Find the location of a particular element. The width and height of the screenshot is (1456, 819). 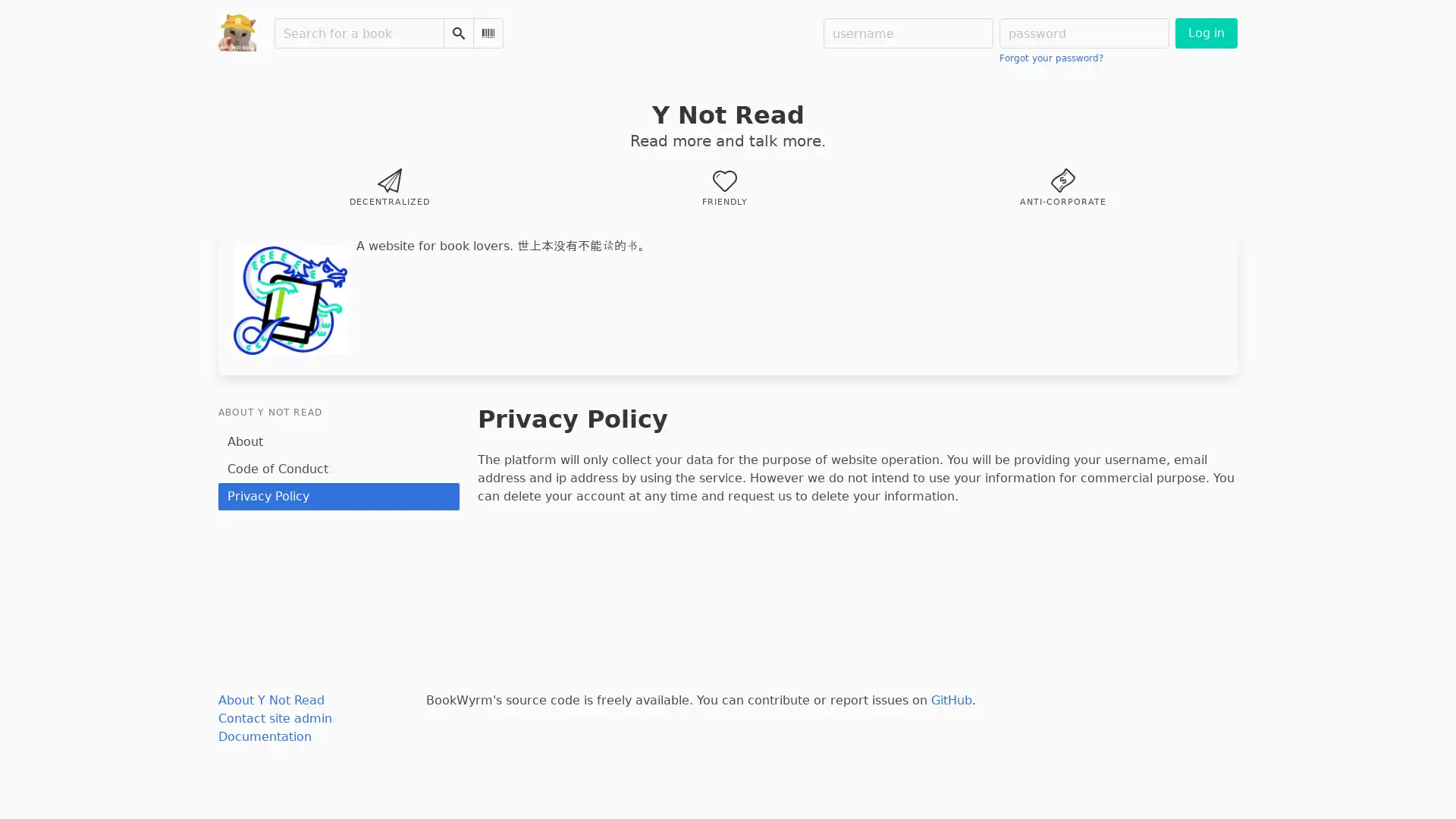

Scan Barcode is located at coordinates (488, 33).